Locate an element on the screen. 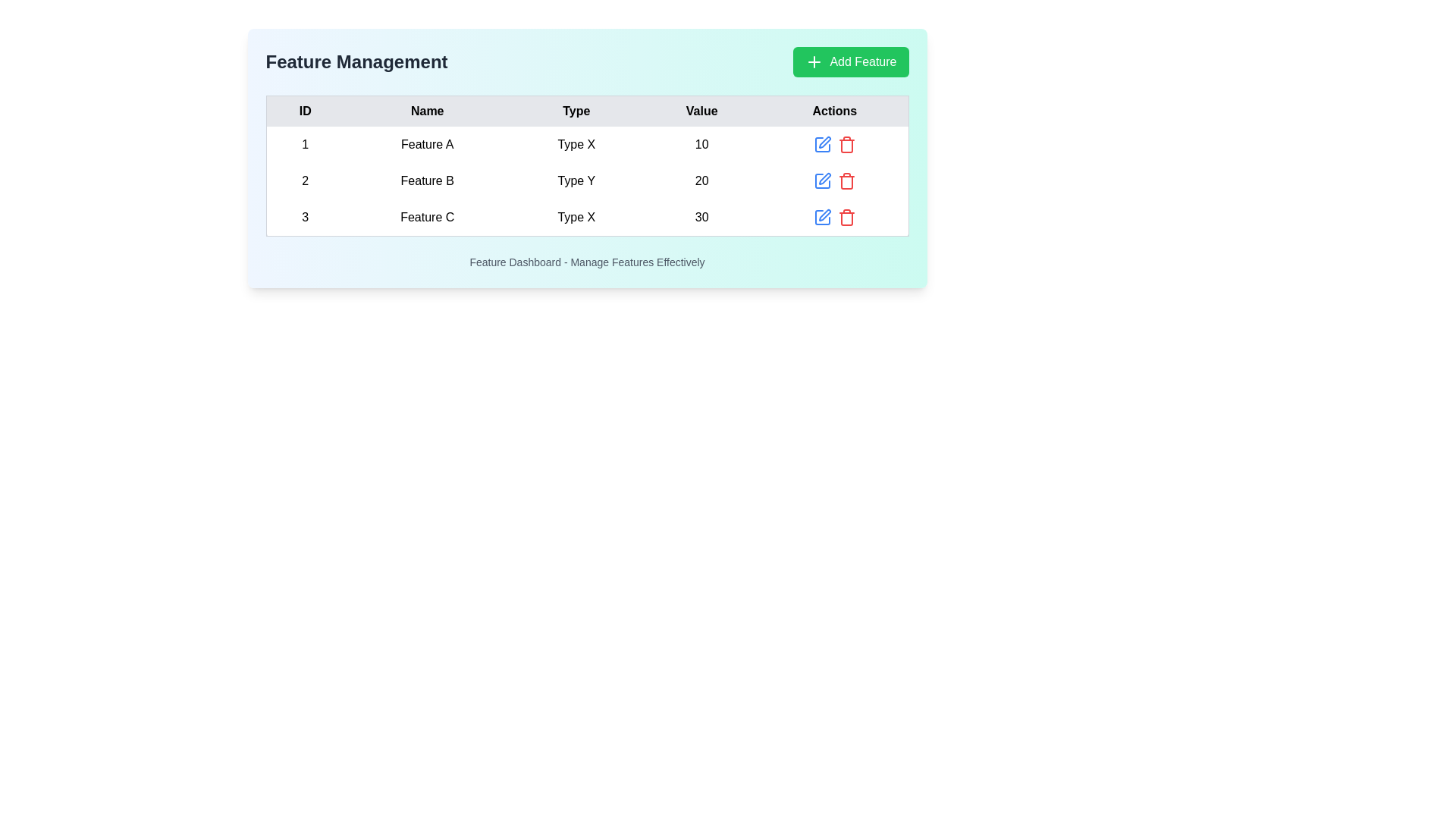 The height and width of the screenshot is (819, 1456). the numeric value '20' in the 'Value' column of the feature management interface, which is part of the second row corresponding to 'Feature B' is located at coordinates (701, 180).